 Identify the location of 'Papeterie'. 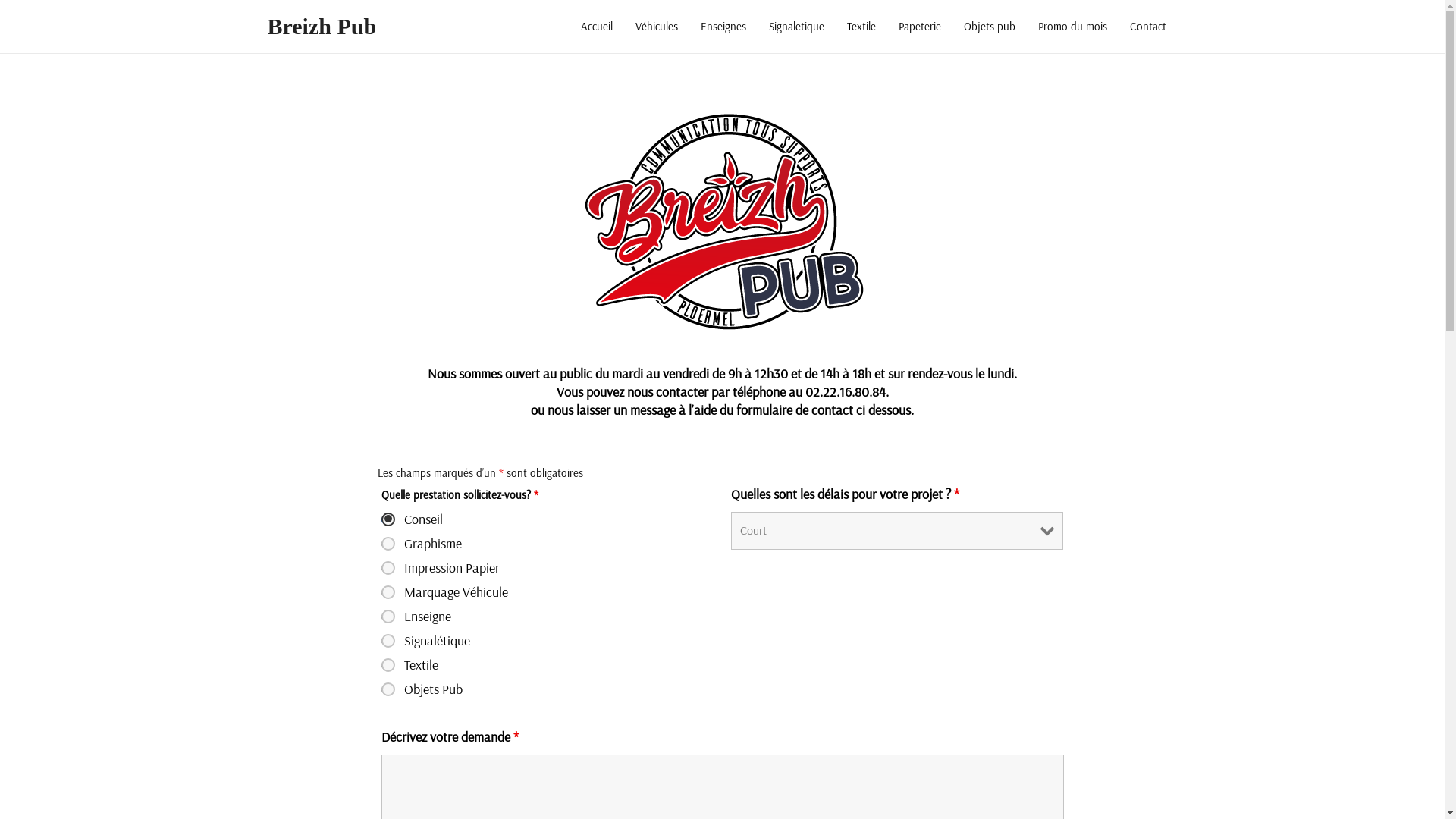
(919, 26).